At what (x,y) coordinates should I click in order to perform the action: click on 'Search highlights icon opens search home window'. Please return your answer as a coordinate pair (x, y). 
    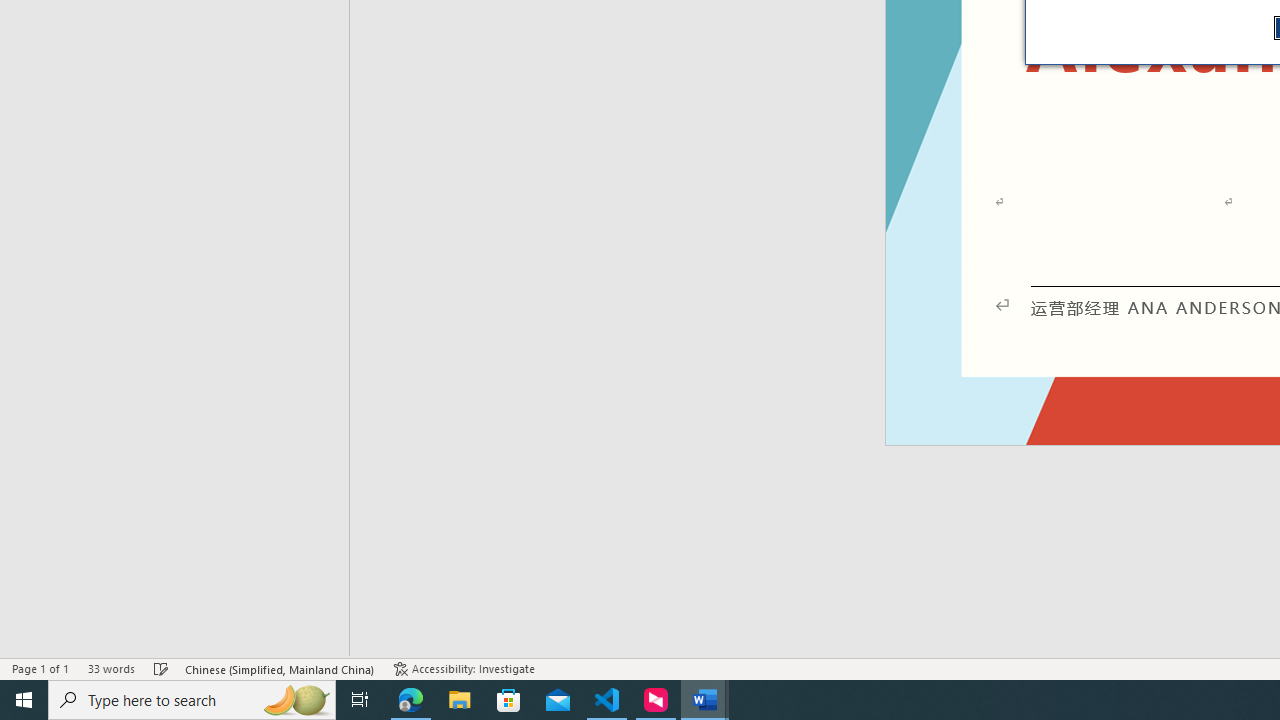
    Looking at the image, I should click on (294, 698).